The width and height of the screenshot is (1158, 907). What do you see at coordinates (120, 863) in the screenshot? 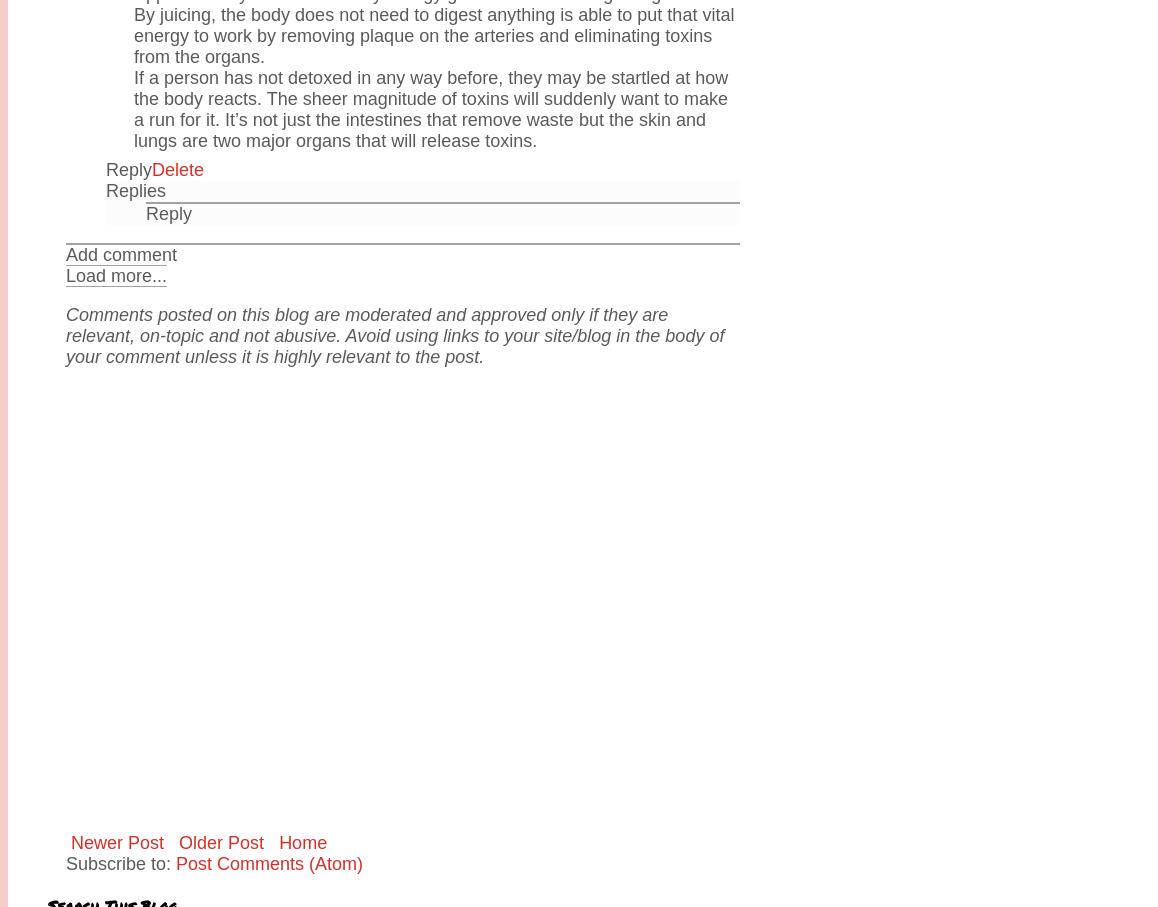
I see `'Subscribe to:'` at bounding box center [120, 863].